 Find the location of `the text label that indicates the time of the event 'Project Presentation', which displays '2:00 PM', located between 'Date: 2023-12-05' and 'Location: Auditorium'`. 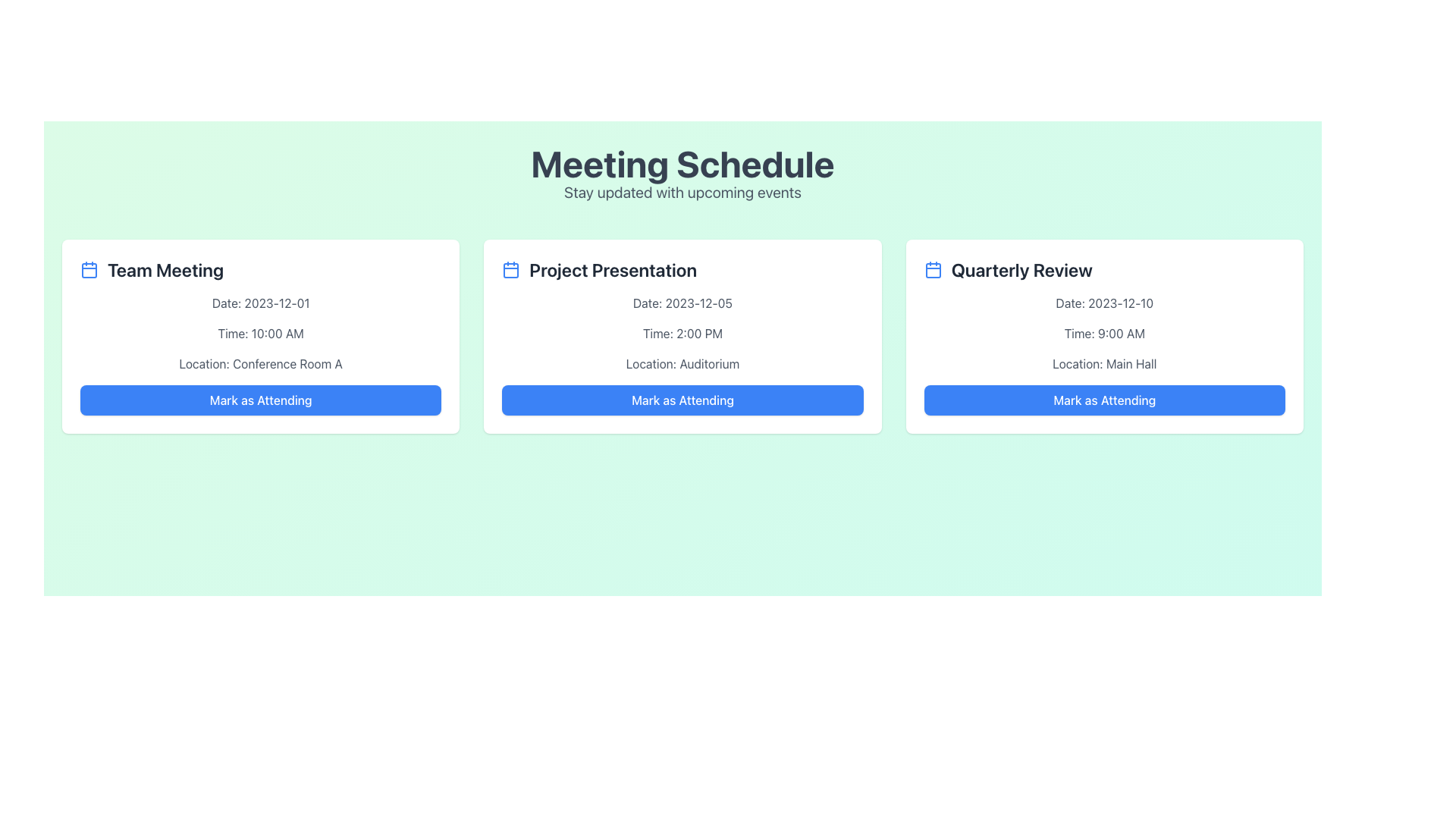

the text label that indicates the time of the event 'Project Presentation', which displays '2:00 PM', located between 'Date: 2023-12-05' and 'Location: Auditorium' is located at coordinates (682, 332).